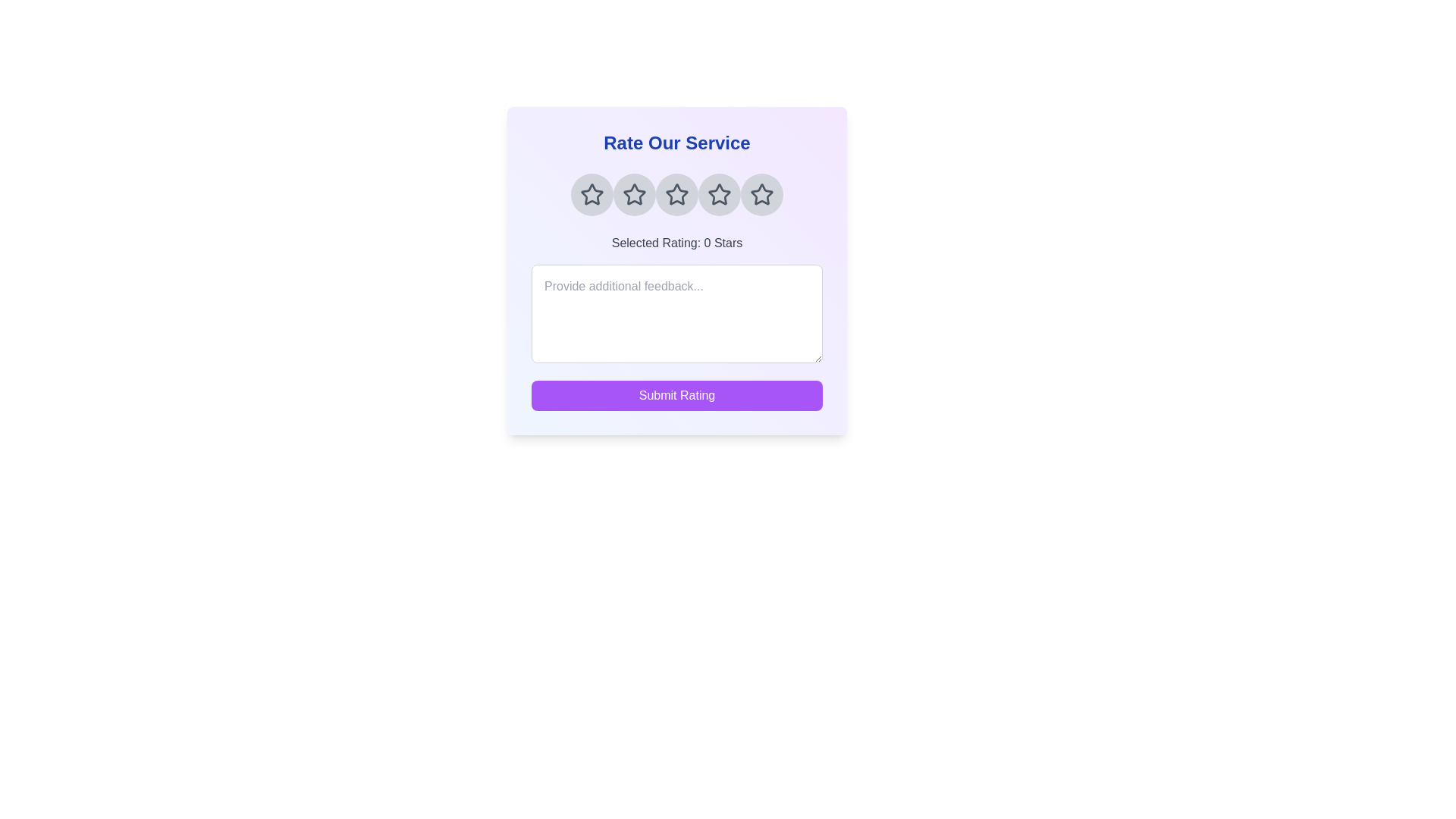 Image resolution: width=1456 pixels, height=819 pixels. I want to click on the star corresponding to the desired rating 3, so click(676, 194).